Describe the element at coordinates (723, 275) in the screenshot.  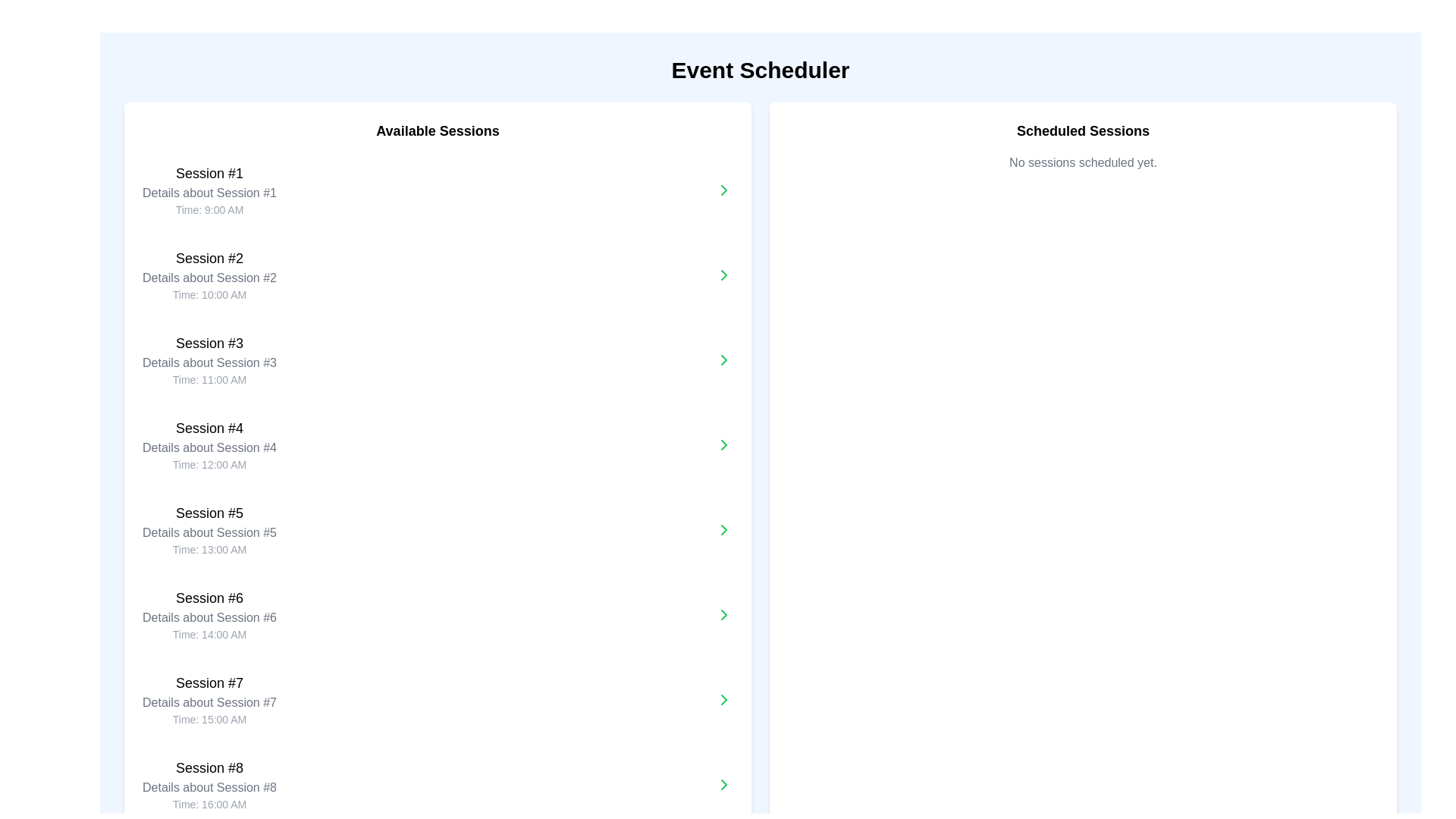
I see `the navigation button located to the right of the second session's information, specifically after the 'Time: 10:00 AM' text` at that location.